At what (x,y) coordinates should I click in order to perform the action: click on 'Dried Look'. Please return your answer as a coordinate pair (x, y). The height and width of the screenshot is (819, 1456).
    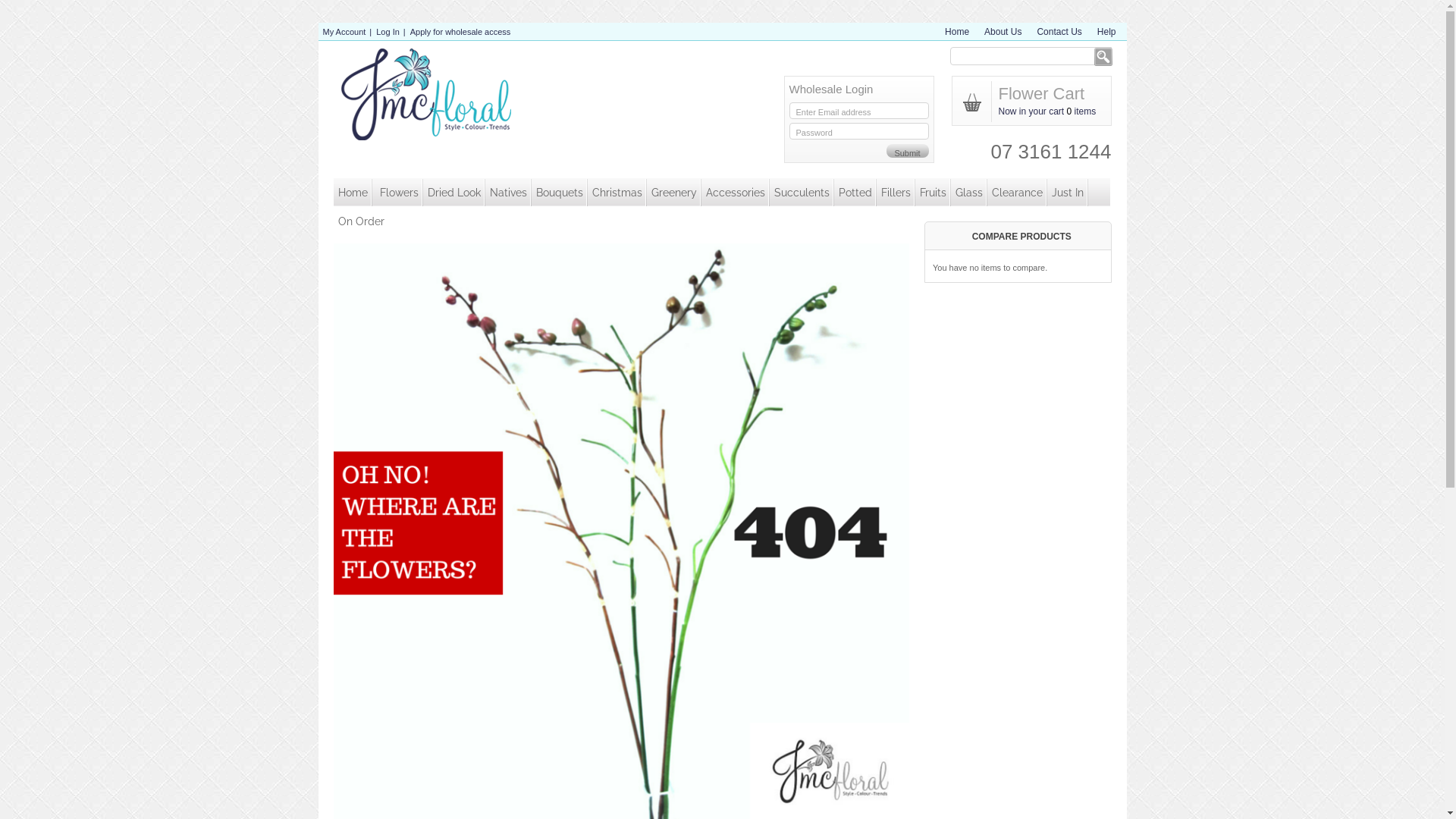
    Looking at the image, I should click on (453, 192).